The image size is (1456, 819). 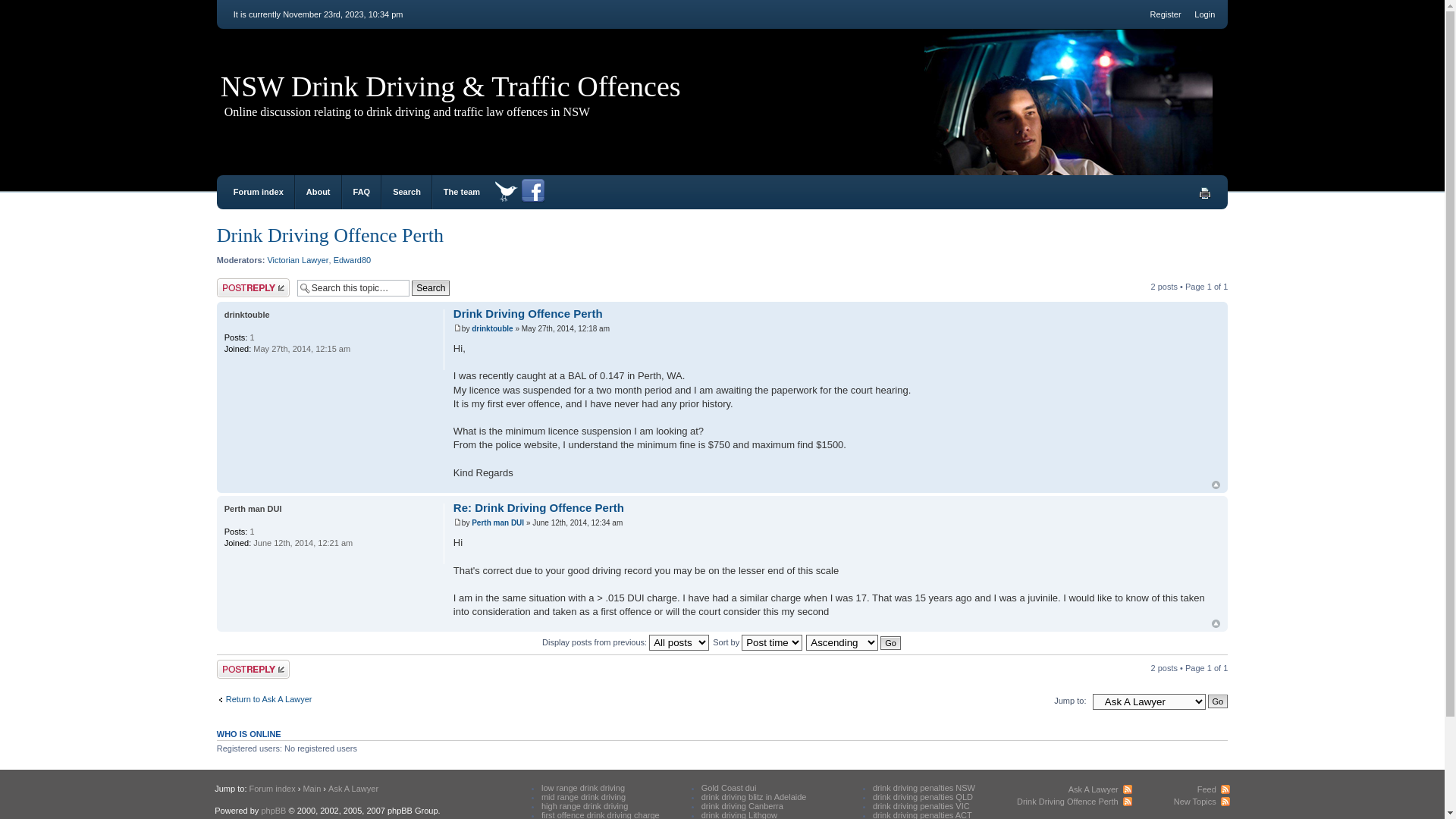 I want to click on 'drink driving penalties VIC', so click(x=920, y=805).